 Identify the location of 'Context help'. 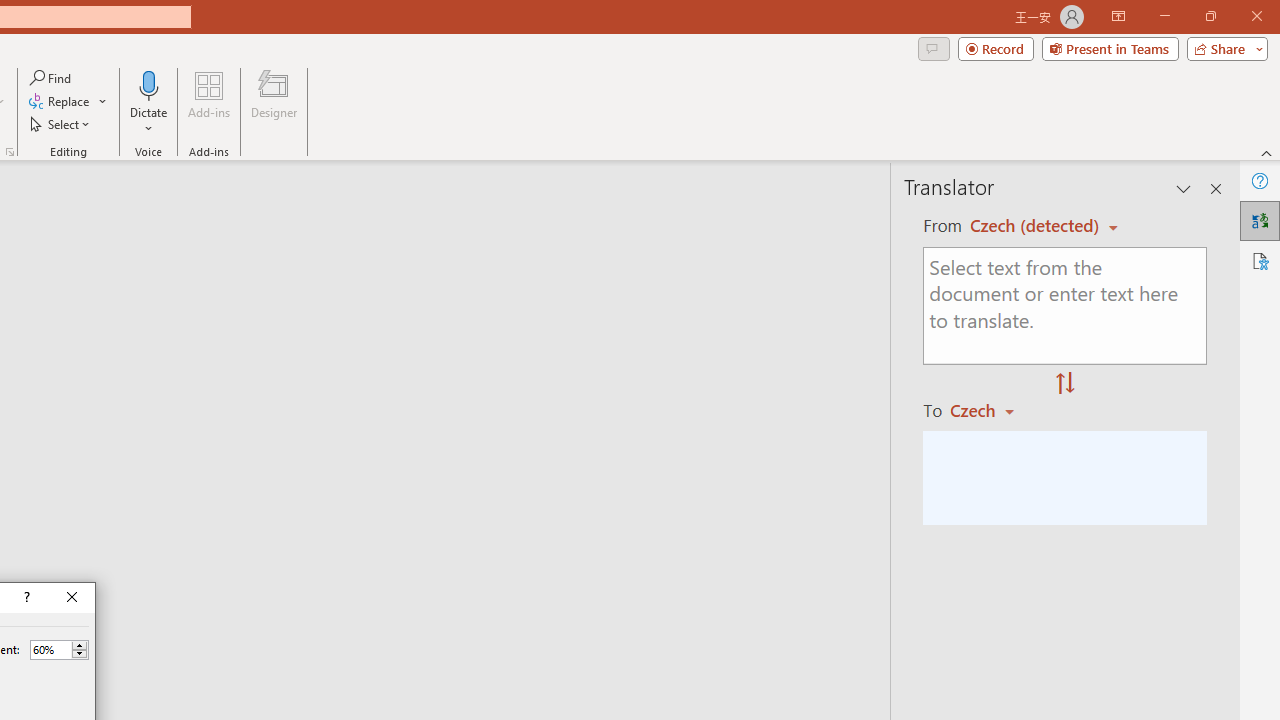
(25, 596).